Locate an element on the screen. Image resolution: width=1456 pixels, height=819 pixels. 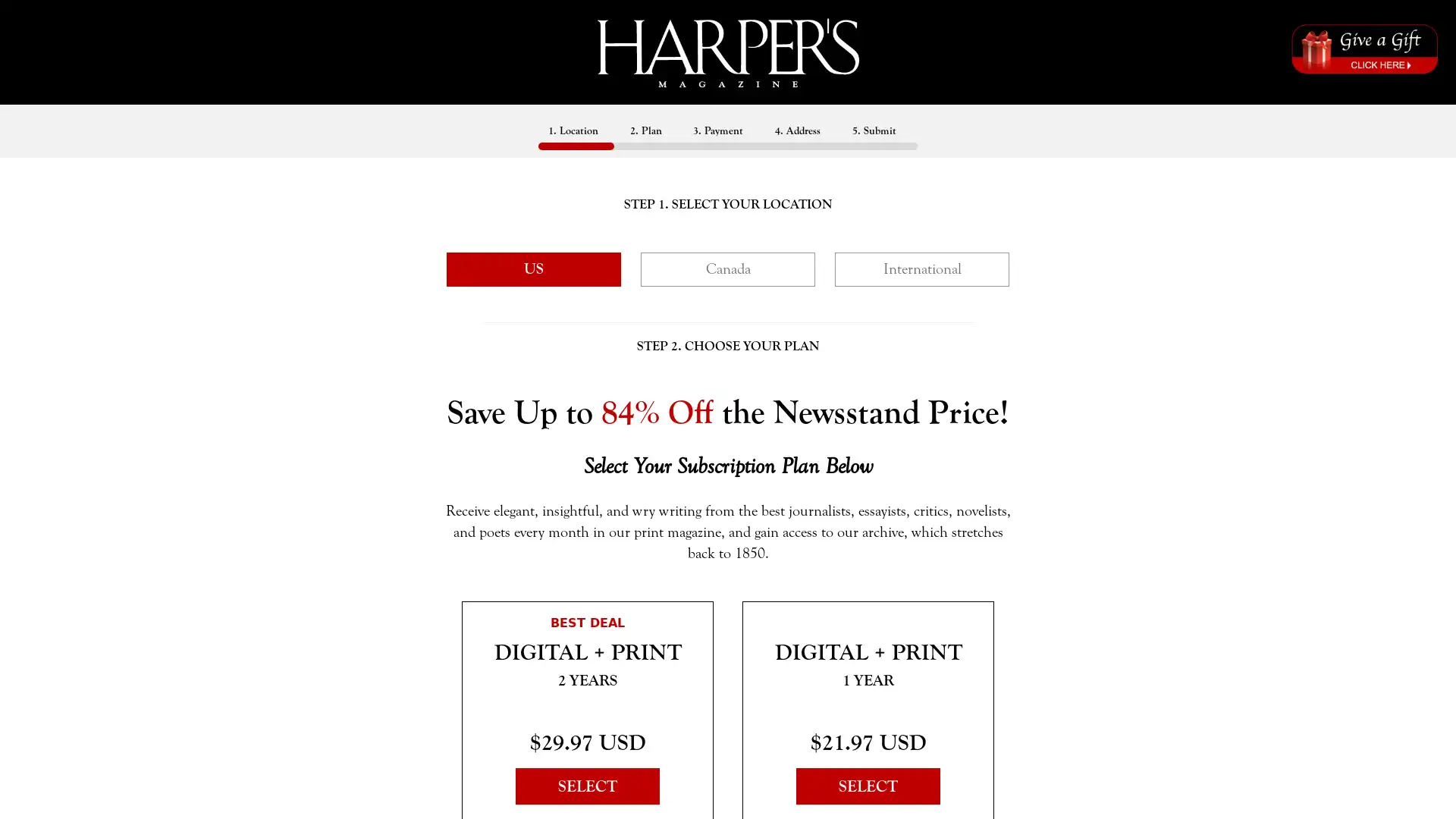
International is located at coordinates (921, 268).